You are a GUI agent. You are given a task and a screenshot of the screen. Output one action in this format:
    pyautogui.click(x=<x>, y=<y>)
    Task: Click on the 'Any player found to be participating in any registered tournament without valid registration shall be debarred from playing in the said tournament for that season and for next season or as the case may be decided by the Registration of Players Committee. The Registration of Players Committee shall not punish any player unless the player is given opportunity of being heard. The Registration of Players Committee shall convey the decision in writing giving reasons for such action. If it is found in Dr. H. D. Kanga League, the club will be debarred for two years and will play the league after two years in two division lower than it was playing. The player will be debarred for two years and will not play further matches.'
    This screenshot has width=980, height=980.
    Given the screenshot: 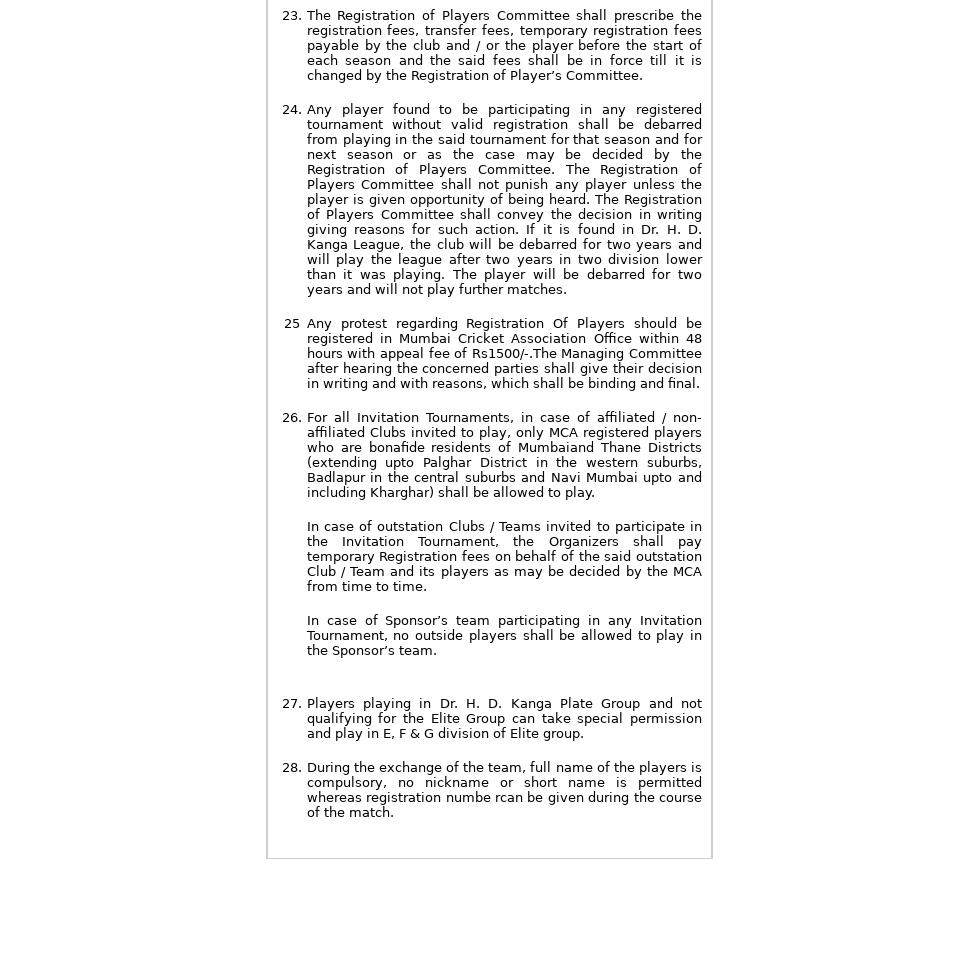 What is the action you would take?
    pyautogui.click(x=503, y=199)
    